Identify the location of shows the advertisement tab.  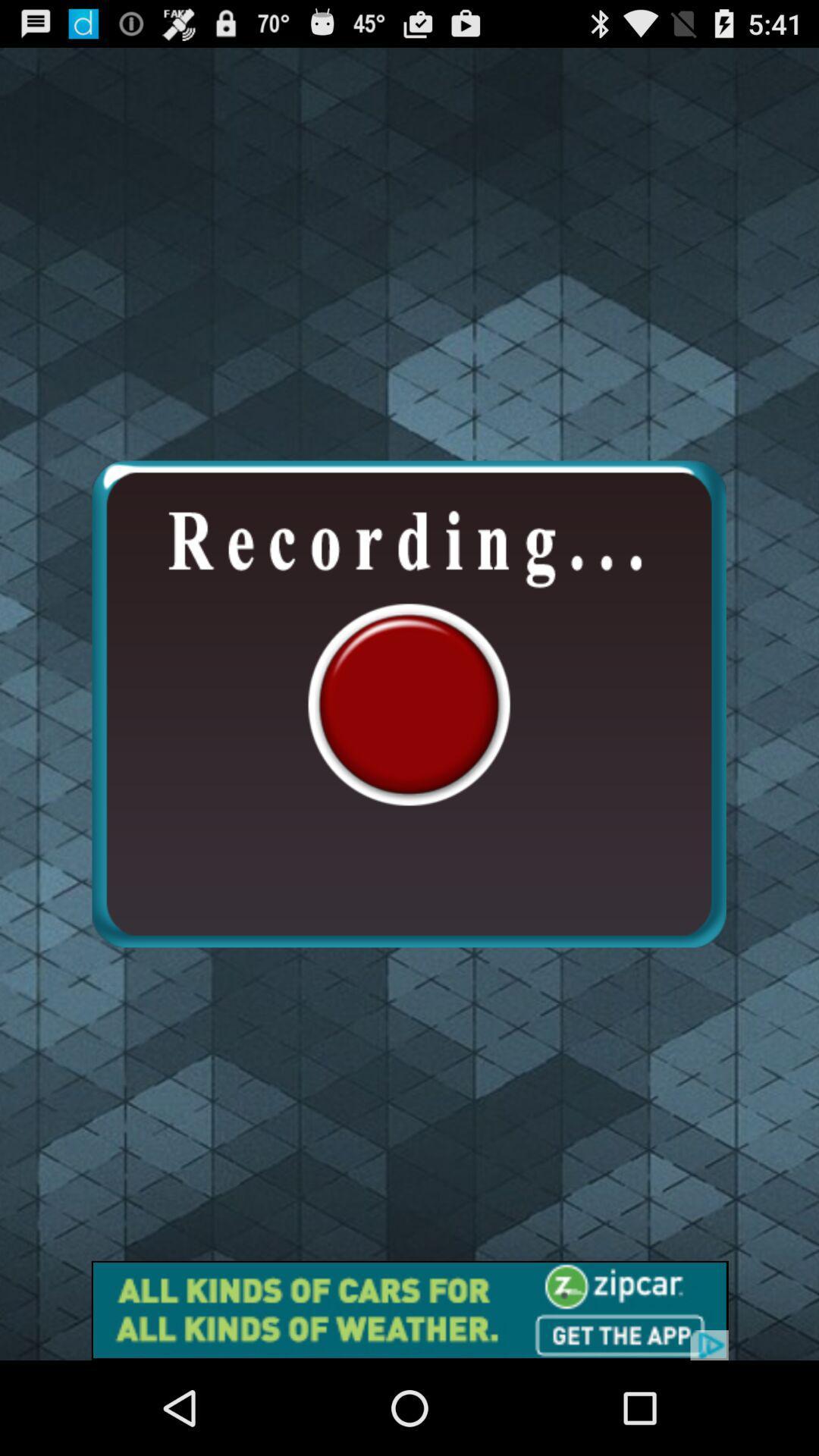
(409, 1310).